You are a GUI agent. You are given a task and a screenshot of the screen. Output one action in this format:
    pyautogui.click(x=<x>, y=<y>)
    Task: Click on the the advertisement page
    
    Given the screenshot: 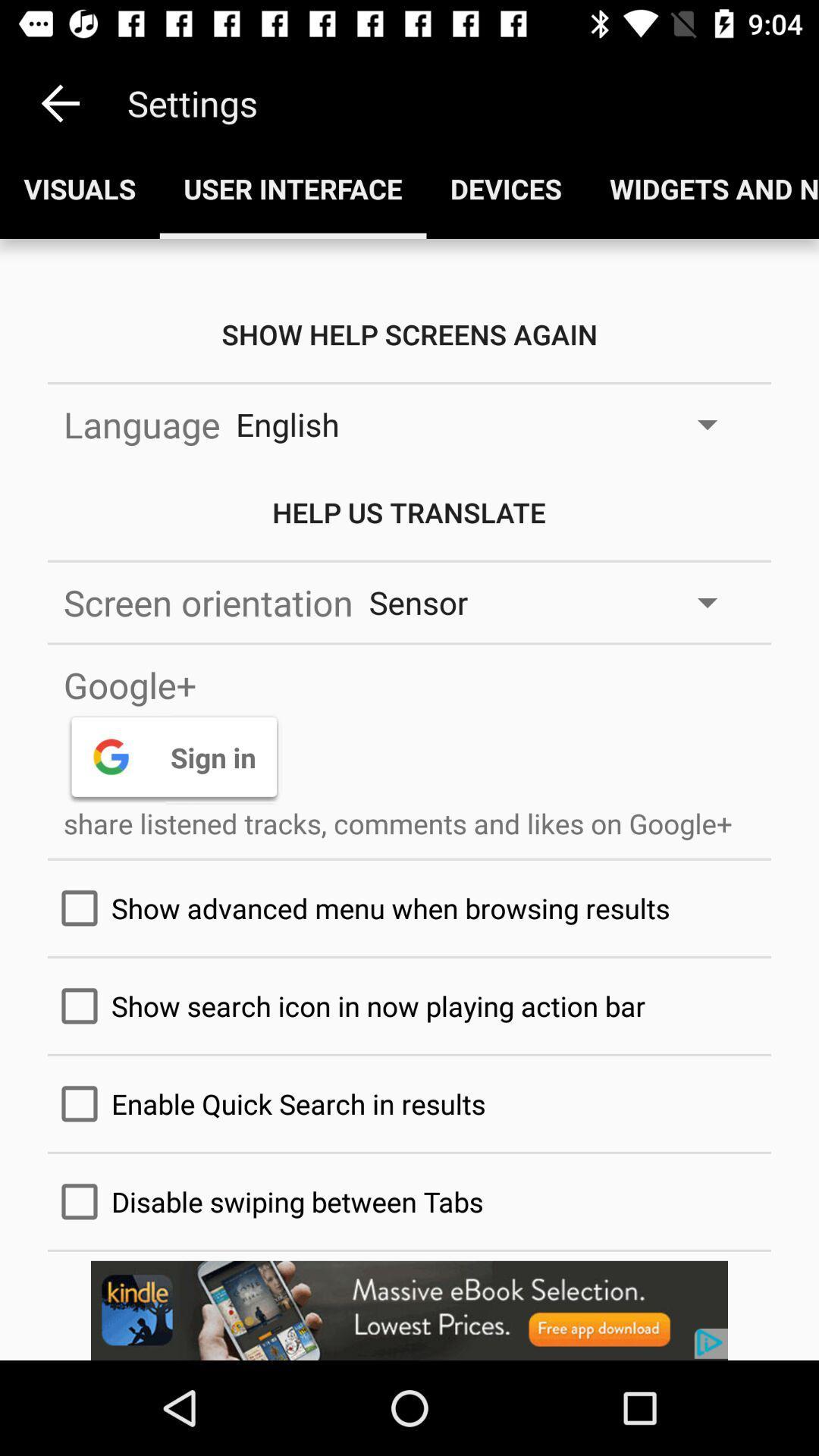 What is the action you would take?
    pyautogui.click(x=409, y=1310)
    